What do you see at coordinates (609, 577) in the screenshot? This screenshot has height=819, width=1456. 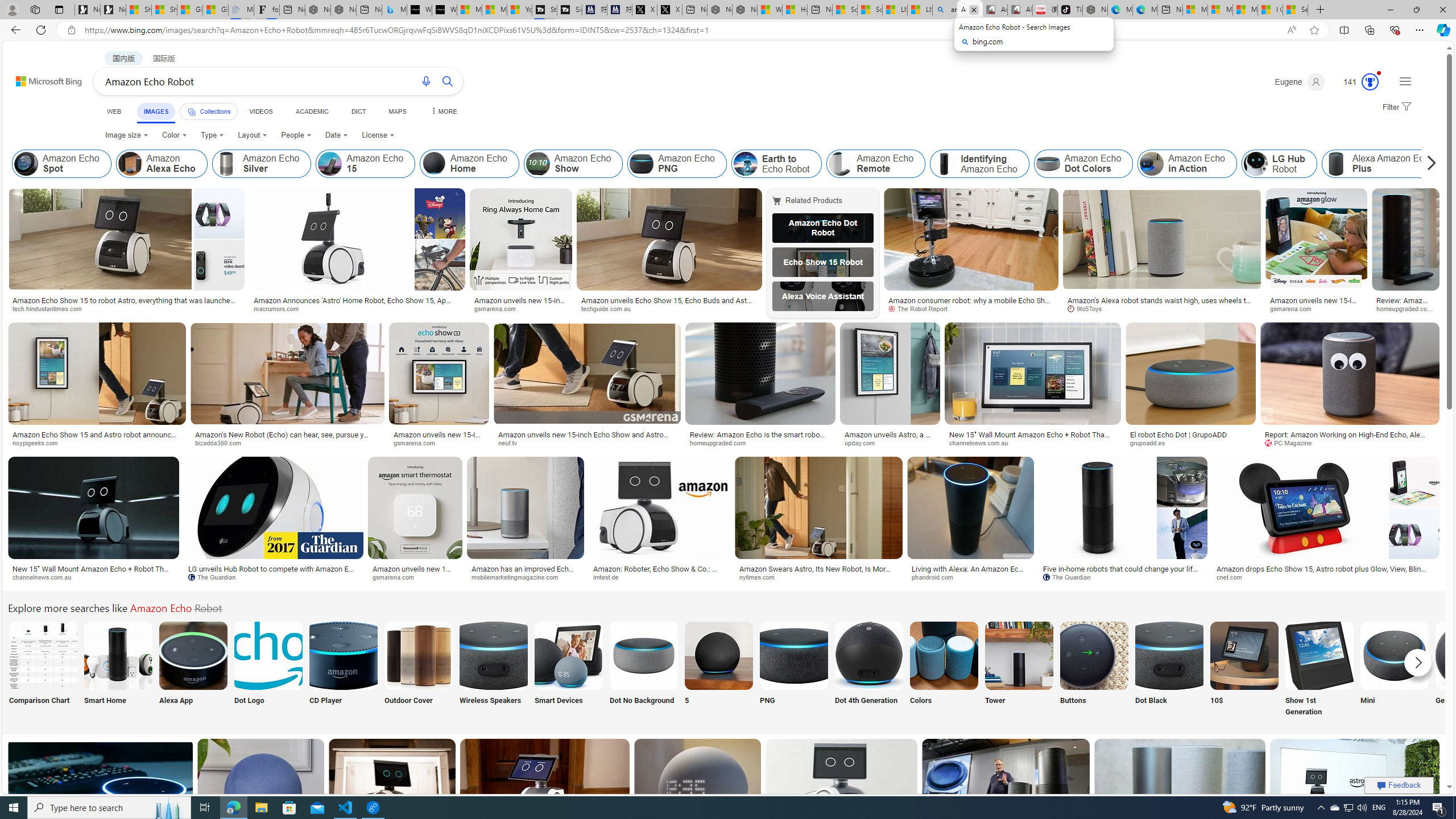 I see `'imtest.de'` at bounding box center [609, 577].